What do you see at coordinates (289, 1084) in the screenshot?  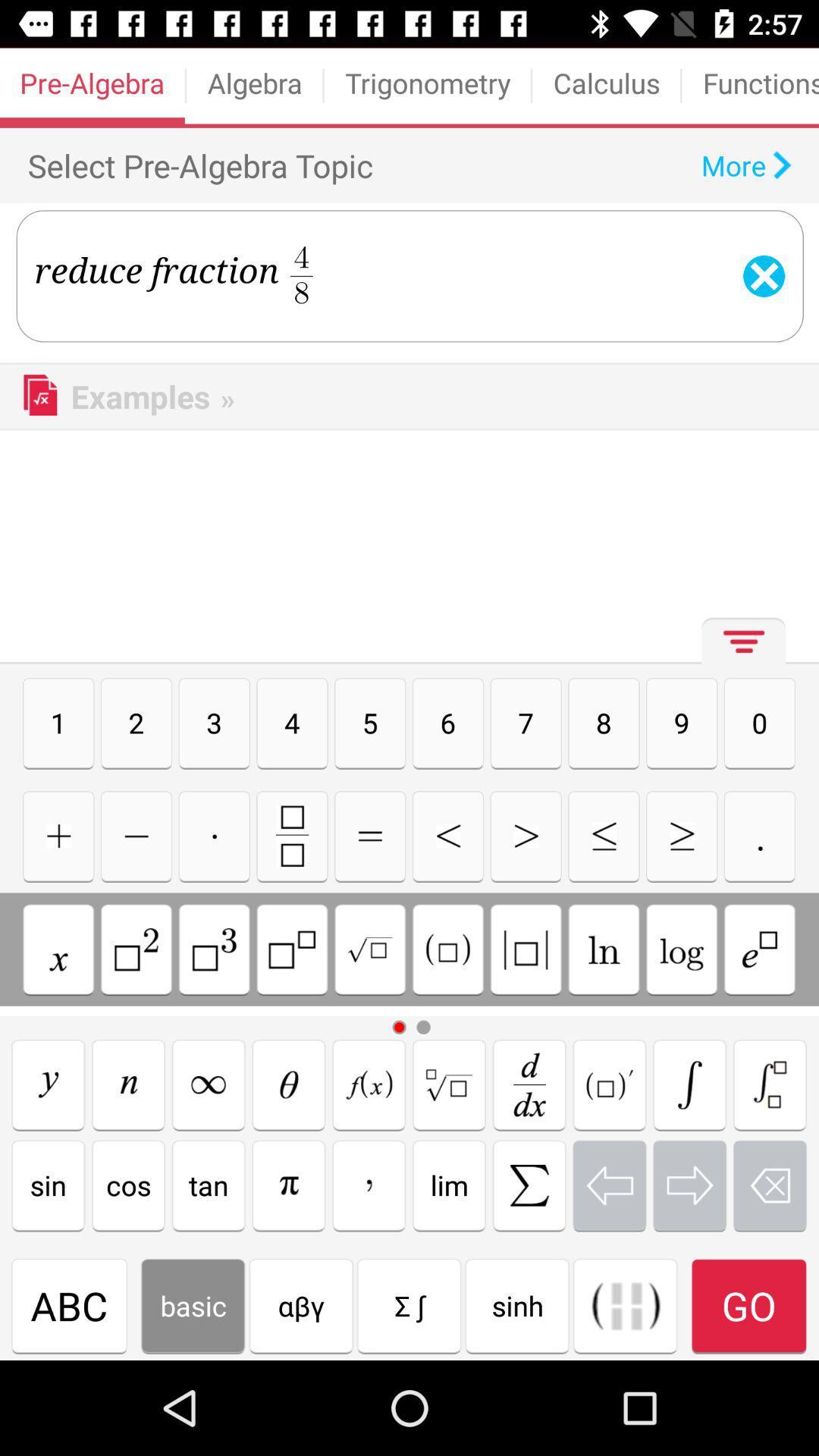 I see `teda option` at bounding box center [289, 1084].